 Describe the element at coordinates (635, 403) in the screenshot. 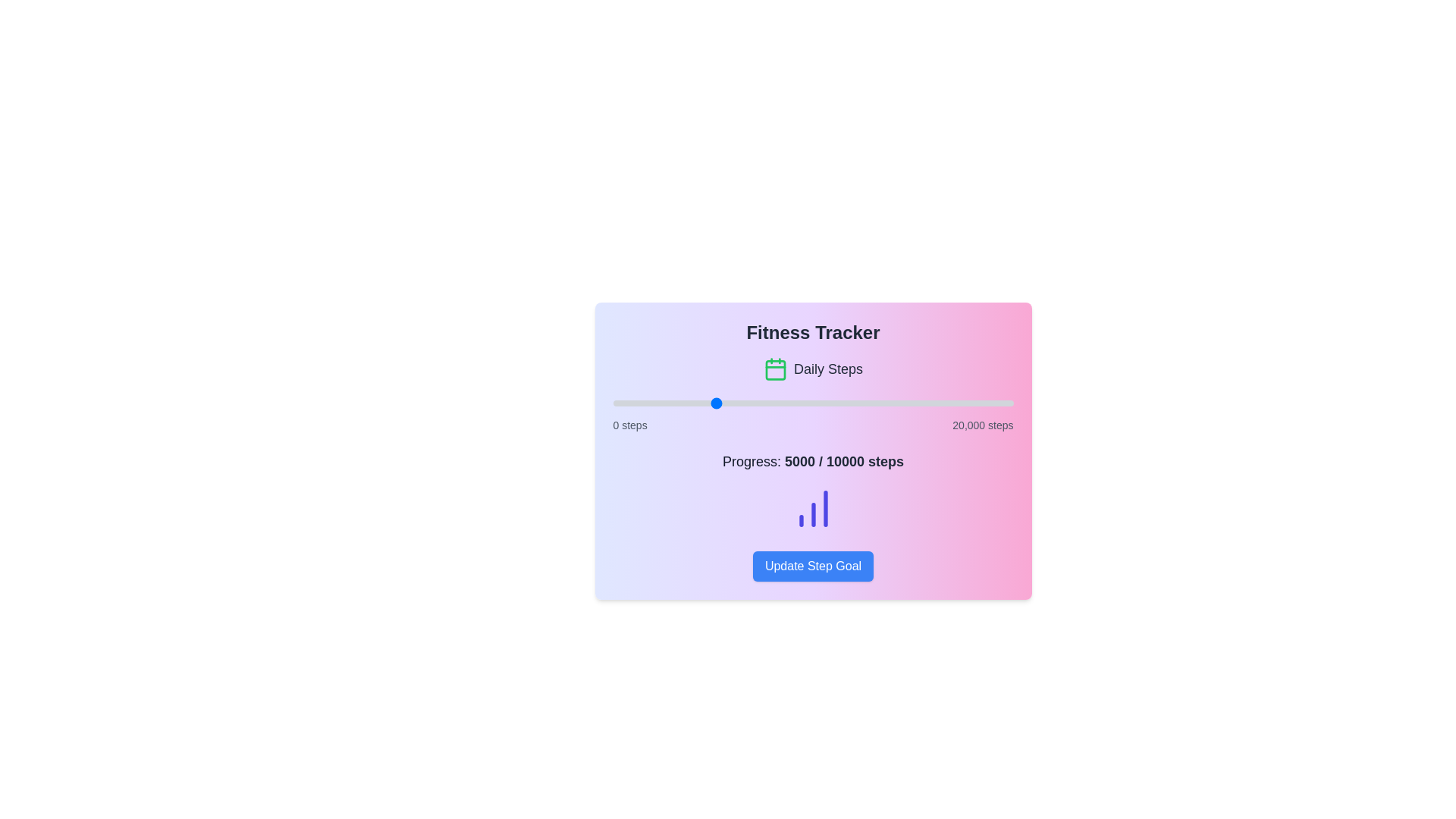

I see `the step progress slider to set the step count to 1088` at that location.